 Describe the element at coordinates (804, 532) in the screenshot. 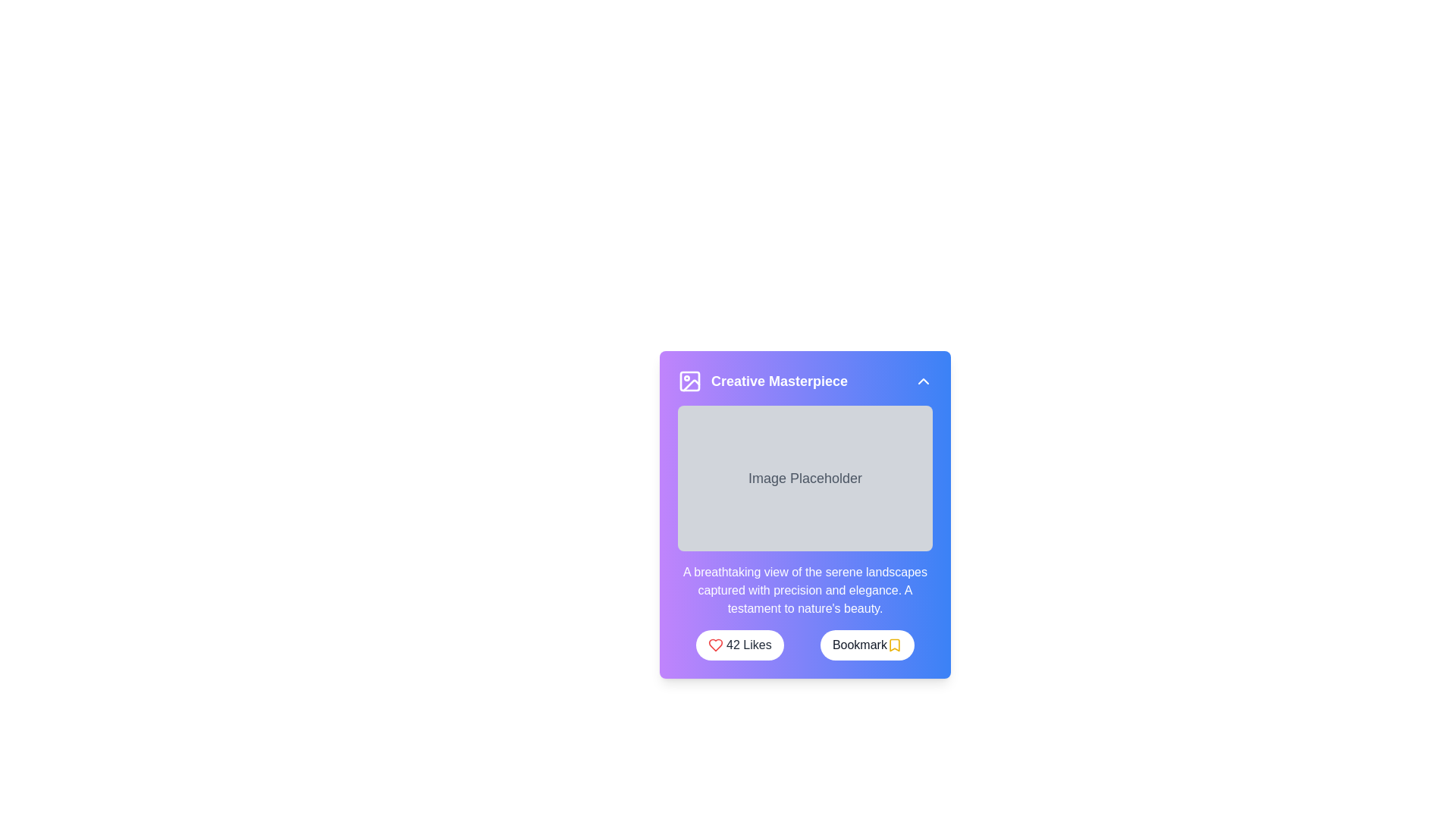

I see `the Image Placeholder element within the 'Creative Masterpiece' card` at that location.